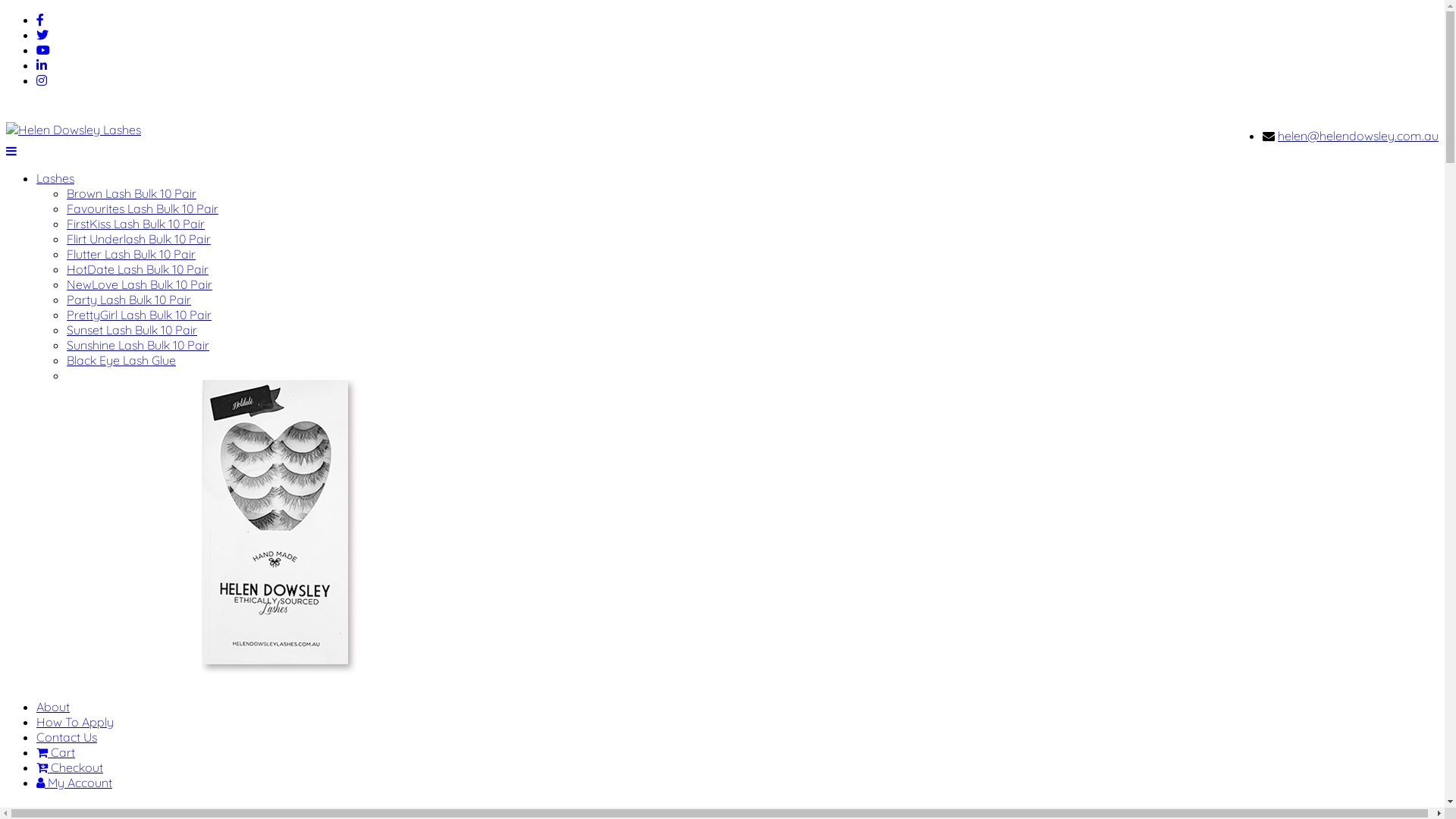  I want to click on 'Checkout', so click(68, 767).